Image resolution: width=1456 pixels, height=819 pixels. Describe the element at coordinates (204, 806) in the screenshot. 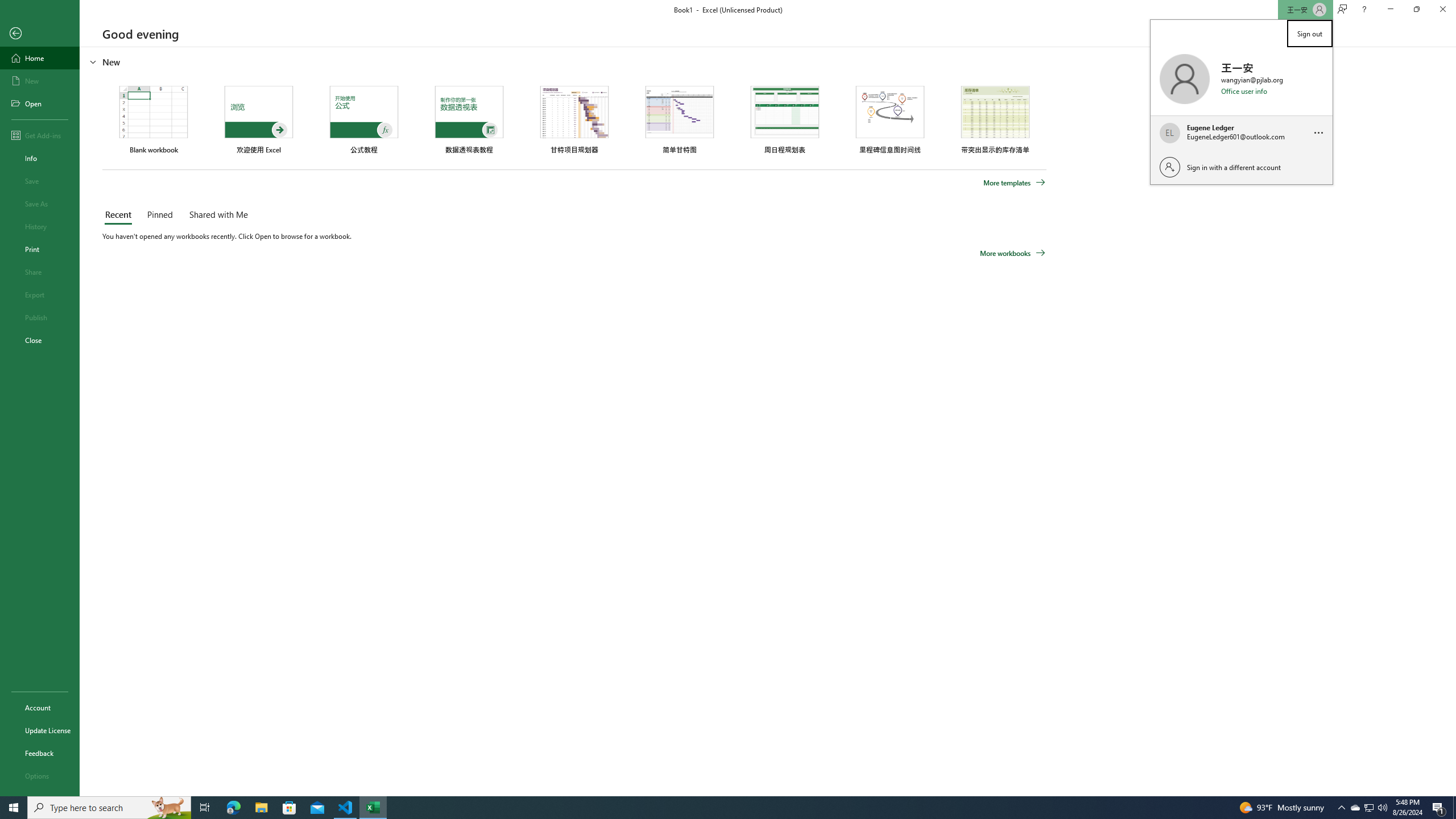

I see `'Task View'` at that location.